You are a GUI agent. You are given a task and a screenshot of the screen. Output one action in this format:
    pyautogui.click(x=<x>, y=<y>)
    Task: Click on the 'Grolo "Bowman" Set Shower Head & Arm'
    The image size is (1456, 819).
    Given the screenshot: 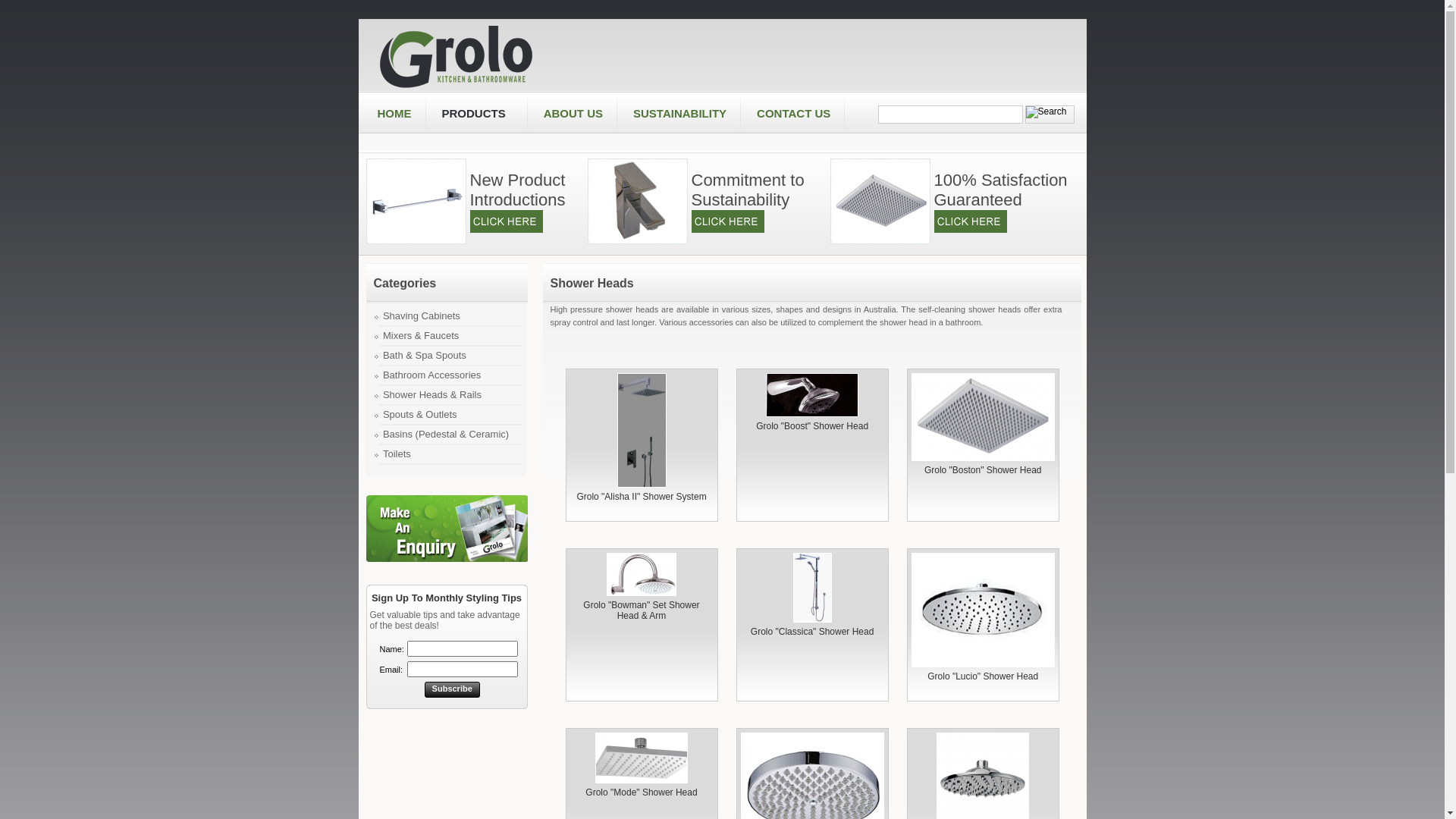 What is the action you would take?
    pyautogui.click(x=641, y=610)
    